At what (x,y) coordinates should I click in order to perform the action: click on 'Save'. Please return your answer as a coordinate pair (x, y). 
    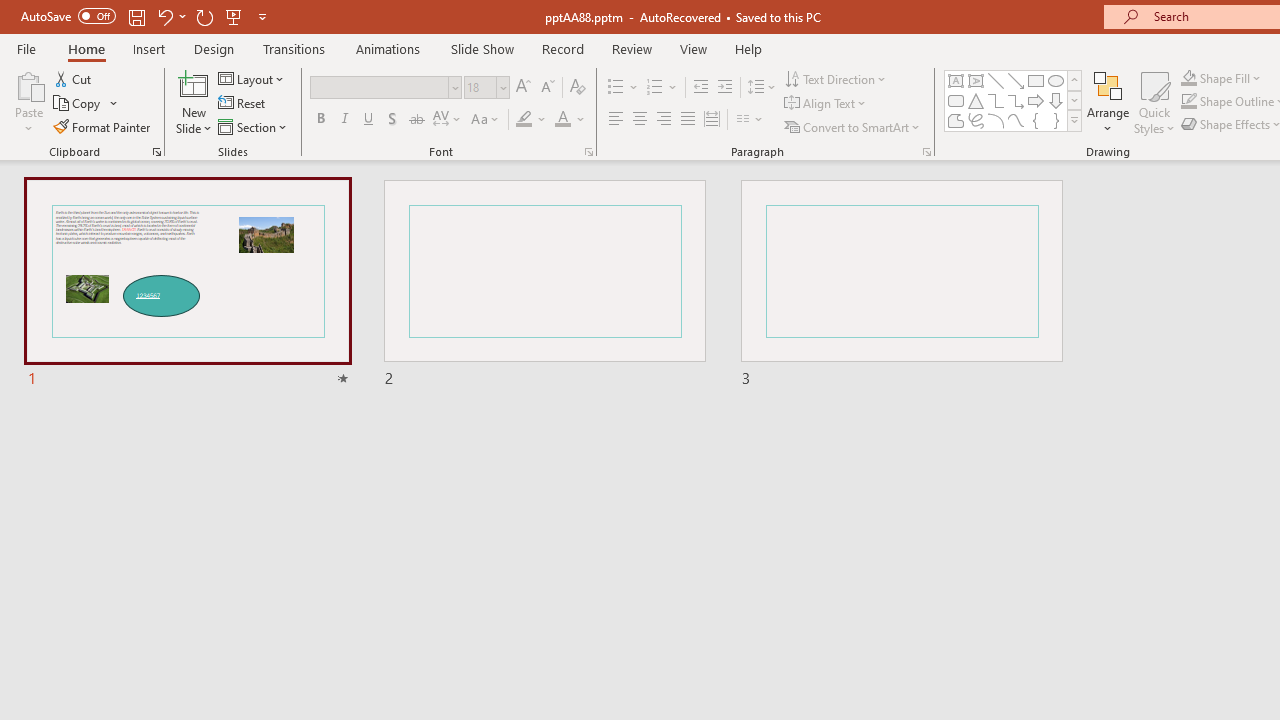
    Looking at the image, I should click on (135, 16).